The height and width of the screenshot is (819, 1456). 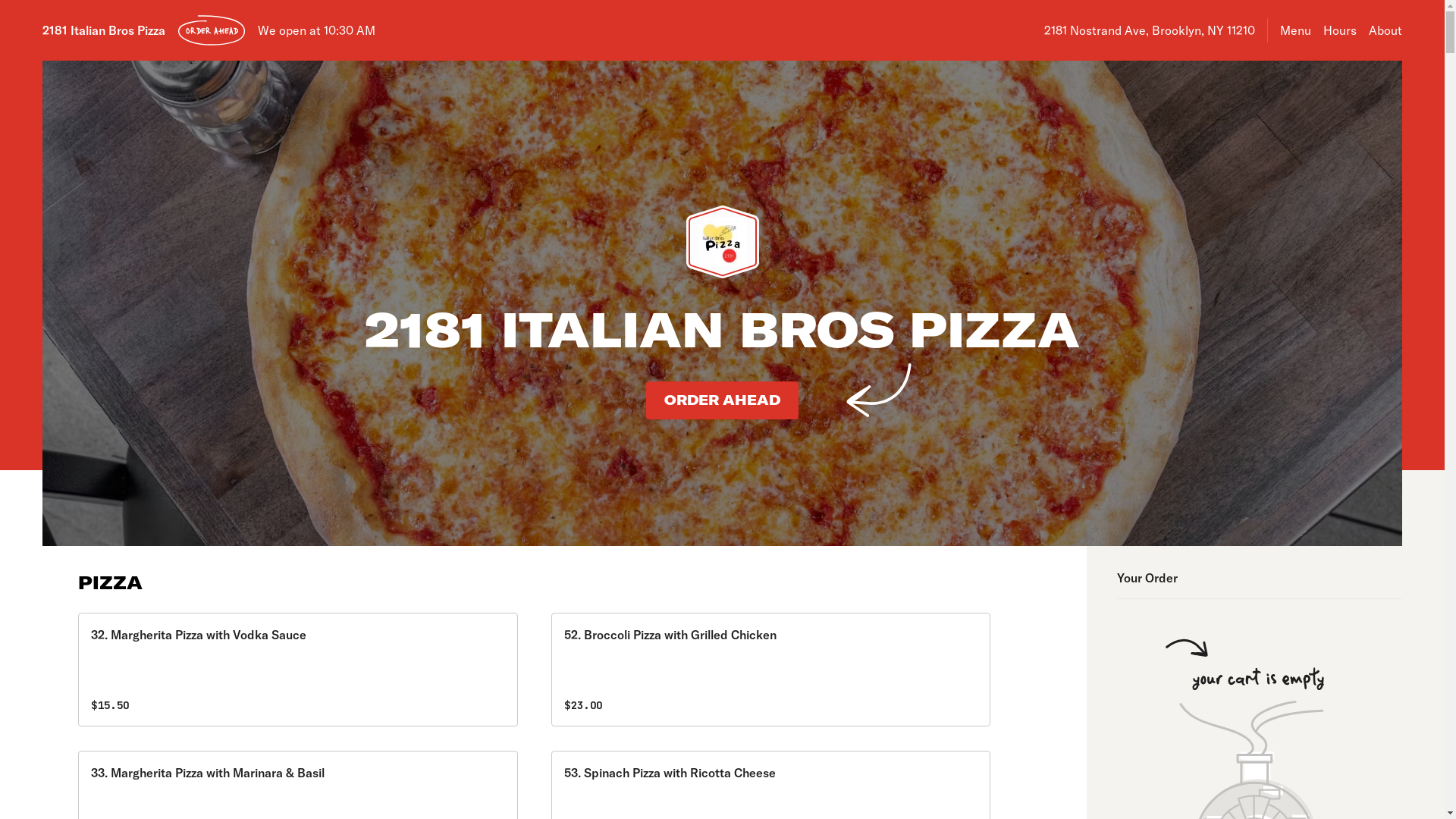 What do you see at coordinates (645, 400) in the screenshot?
I see `'ORDER AHEAD'` at bounding box center [645, 400].